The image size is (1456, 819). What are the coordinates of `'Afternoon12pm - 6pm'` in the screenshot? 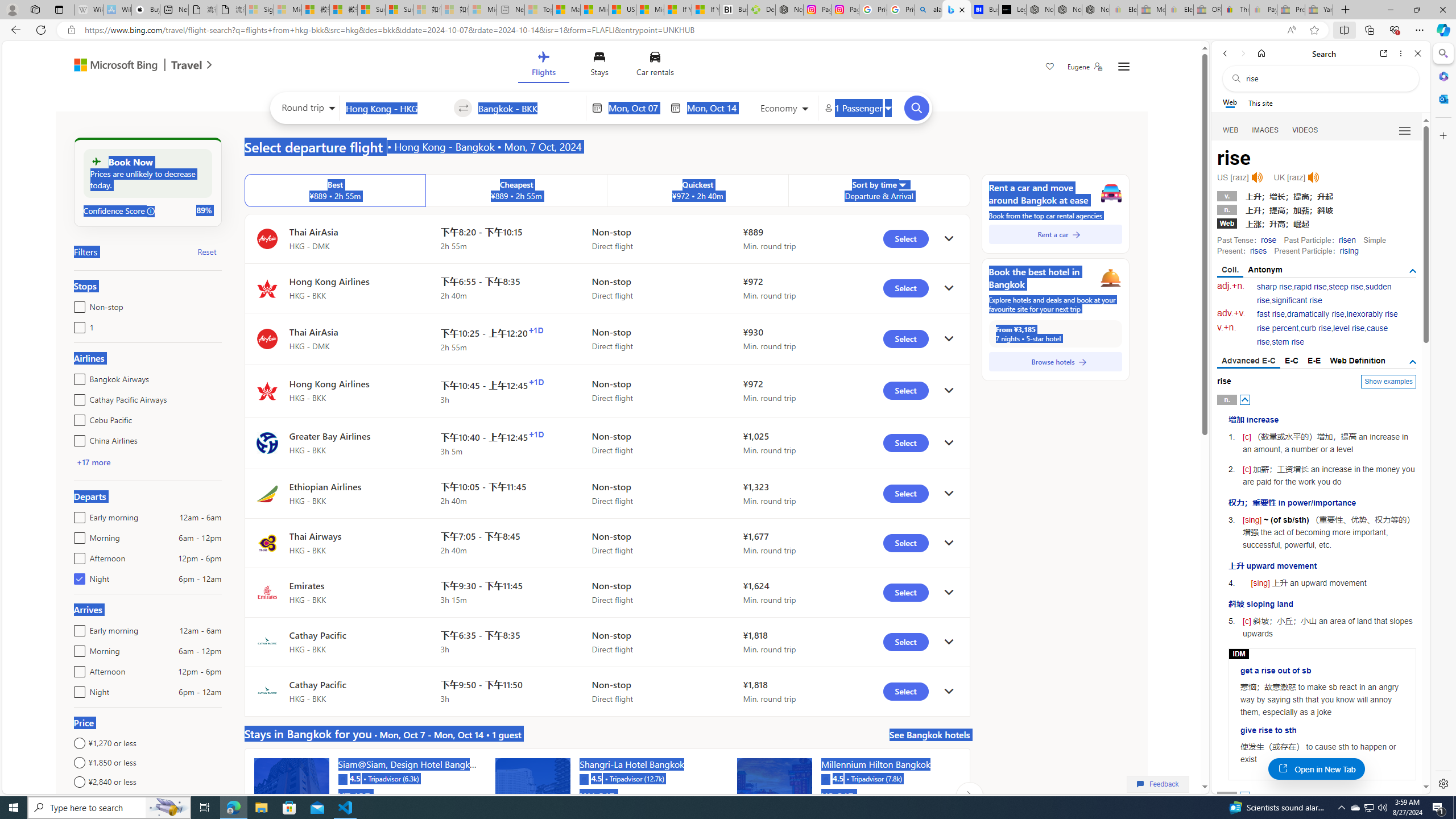 It's located at (76, 668).